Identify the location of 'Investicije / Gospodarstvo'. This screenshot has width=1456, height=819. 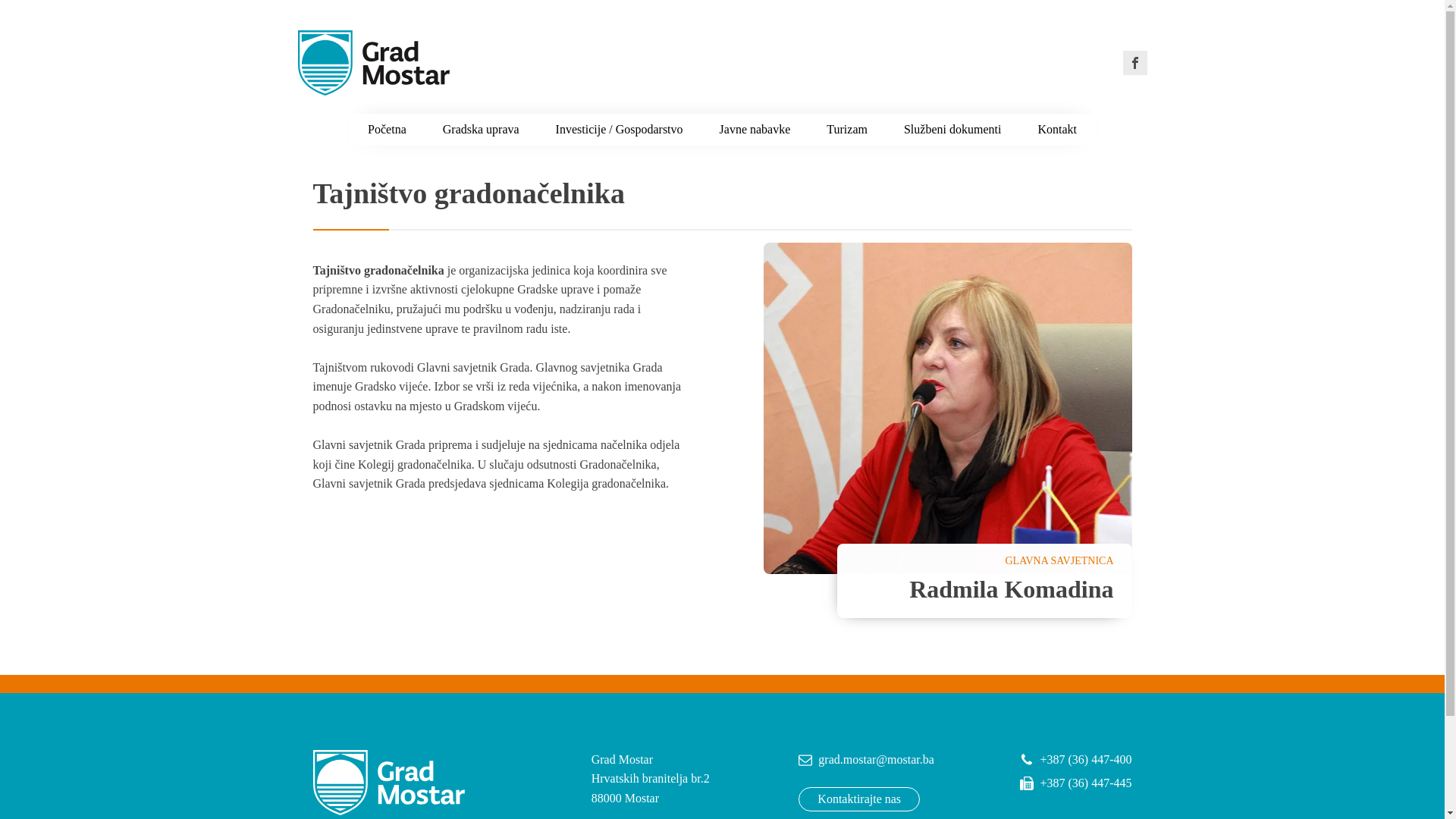
(619, 128).